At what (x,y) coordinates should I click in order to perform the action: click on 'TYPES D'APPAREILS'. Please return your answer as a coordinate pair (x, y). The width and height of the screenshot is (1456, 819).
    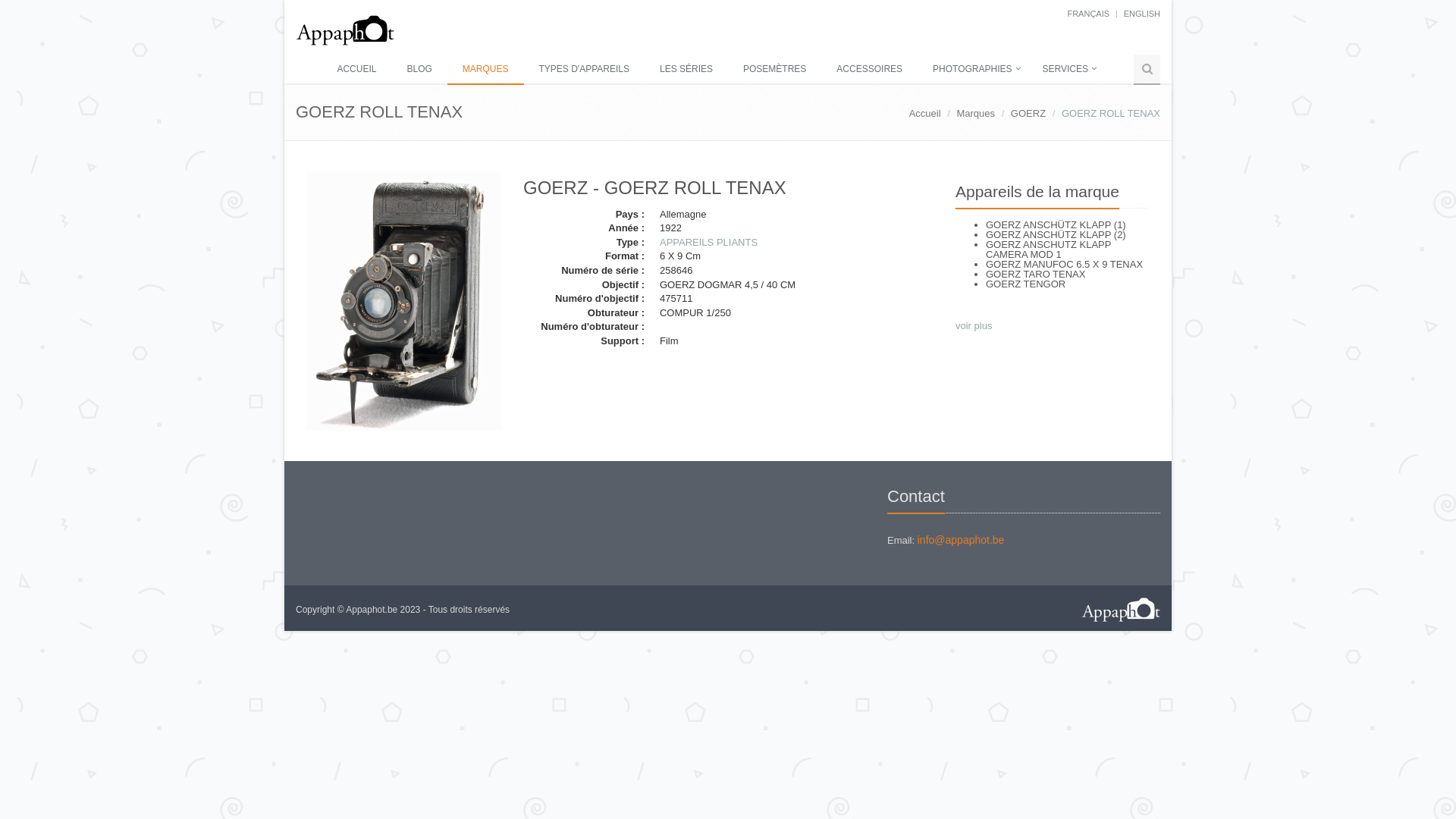
    Looking at the image, I should click on (583, 70).